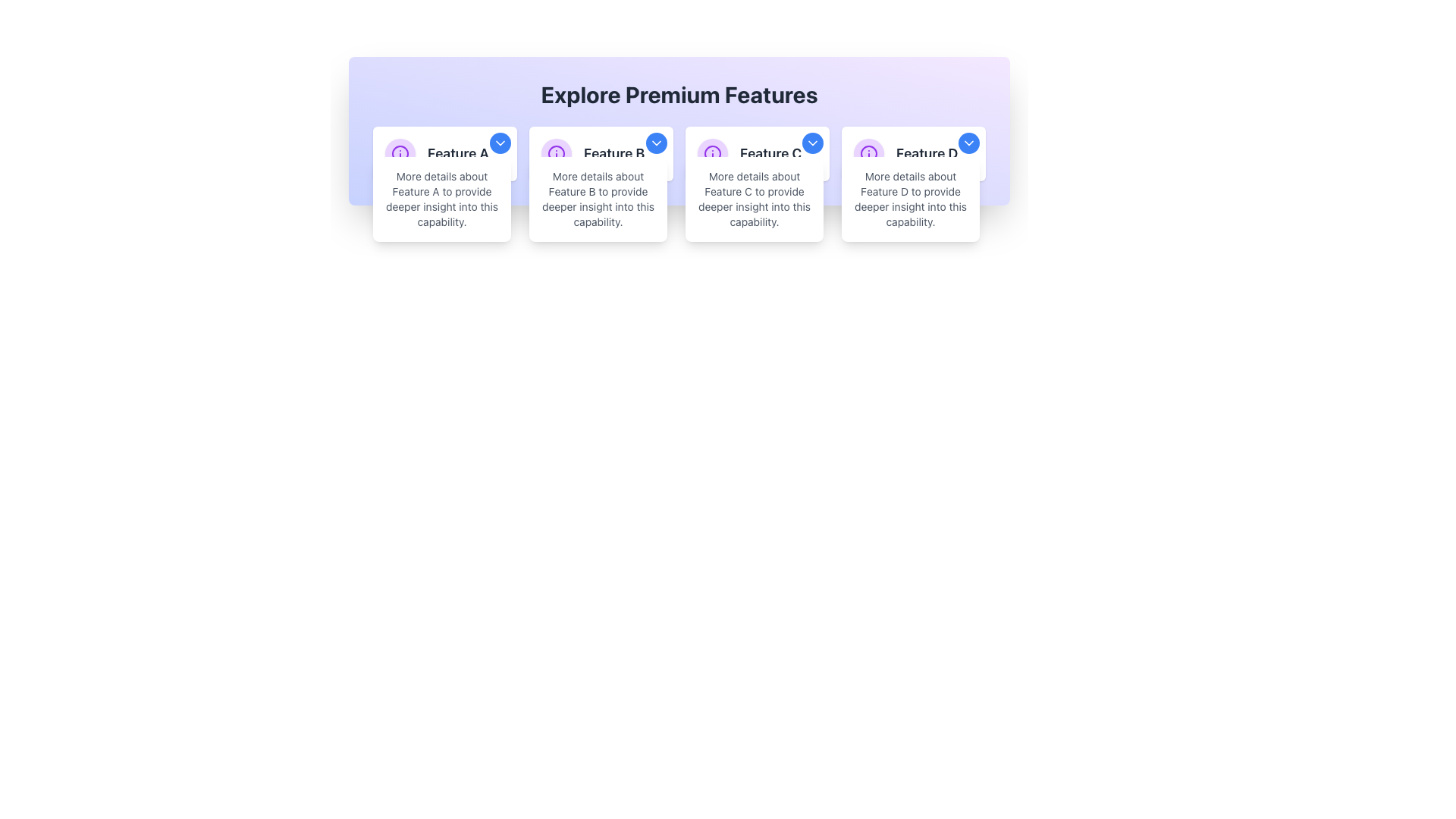  I want to click on the Text Label with Icon located in the first section from the left under the heading 'Explore Premium Features', so click(444, 154).